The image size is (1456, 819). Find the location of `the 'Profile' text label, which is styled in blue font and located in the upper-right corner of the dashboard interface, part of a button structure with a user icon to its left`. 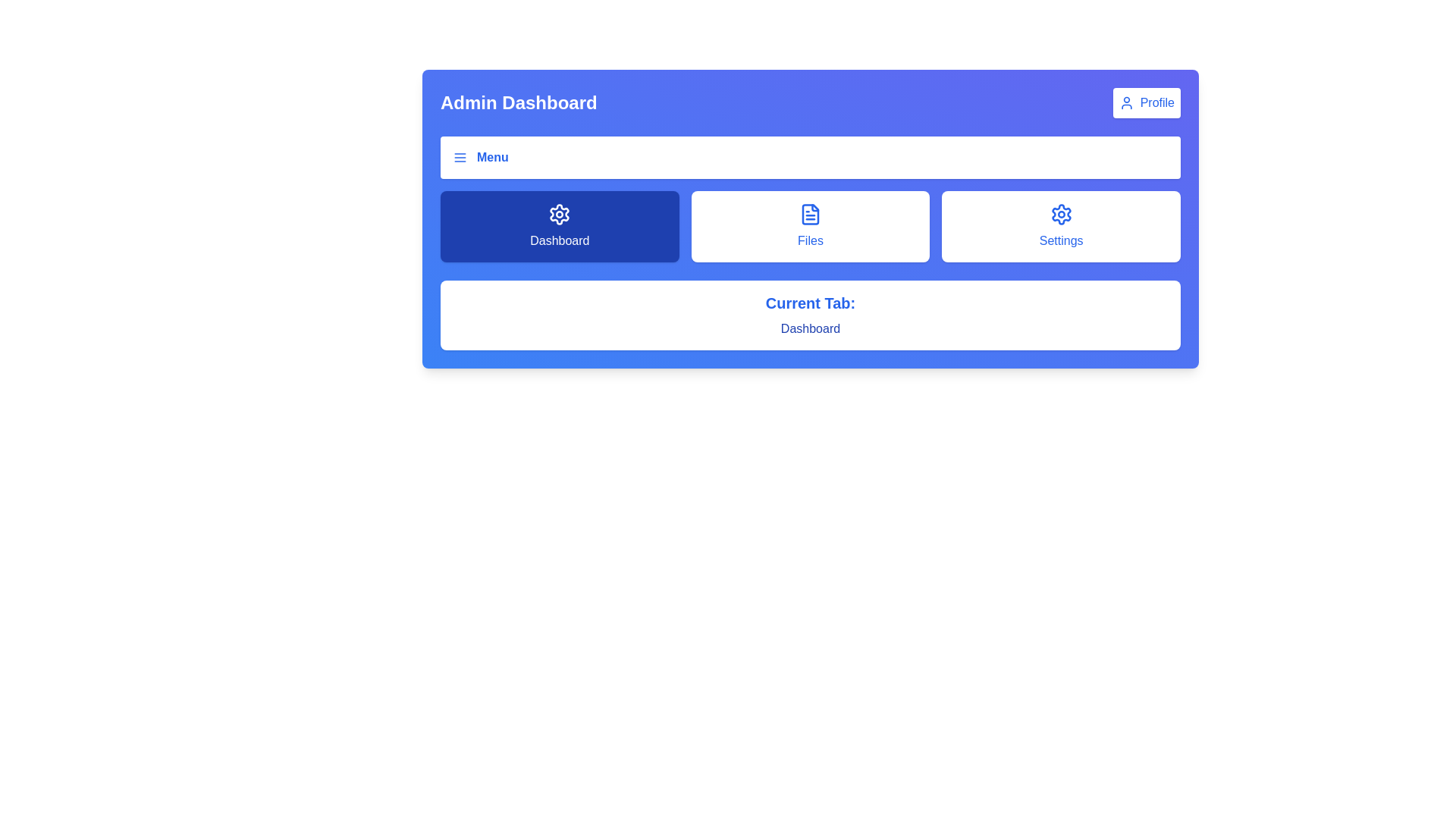

the 'Profile' text label, which is styled in blue font and located in the upper-right corner of the dashboard interface, part of a button structure with a user icon to its left is located at coordinates (1156, 102).